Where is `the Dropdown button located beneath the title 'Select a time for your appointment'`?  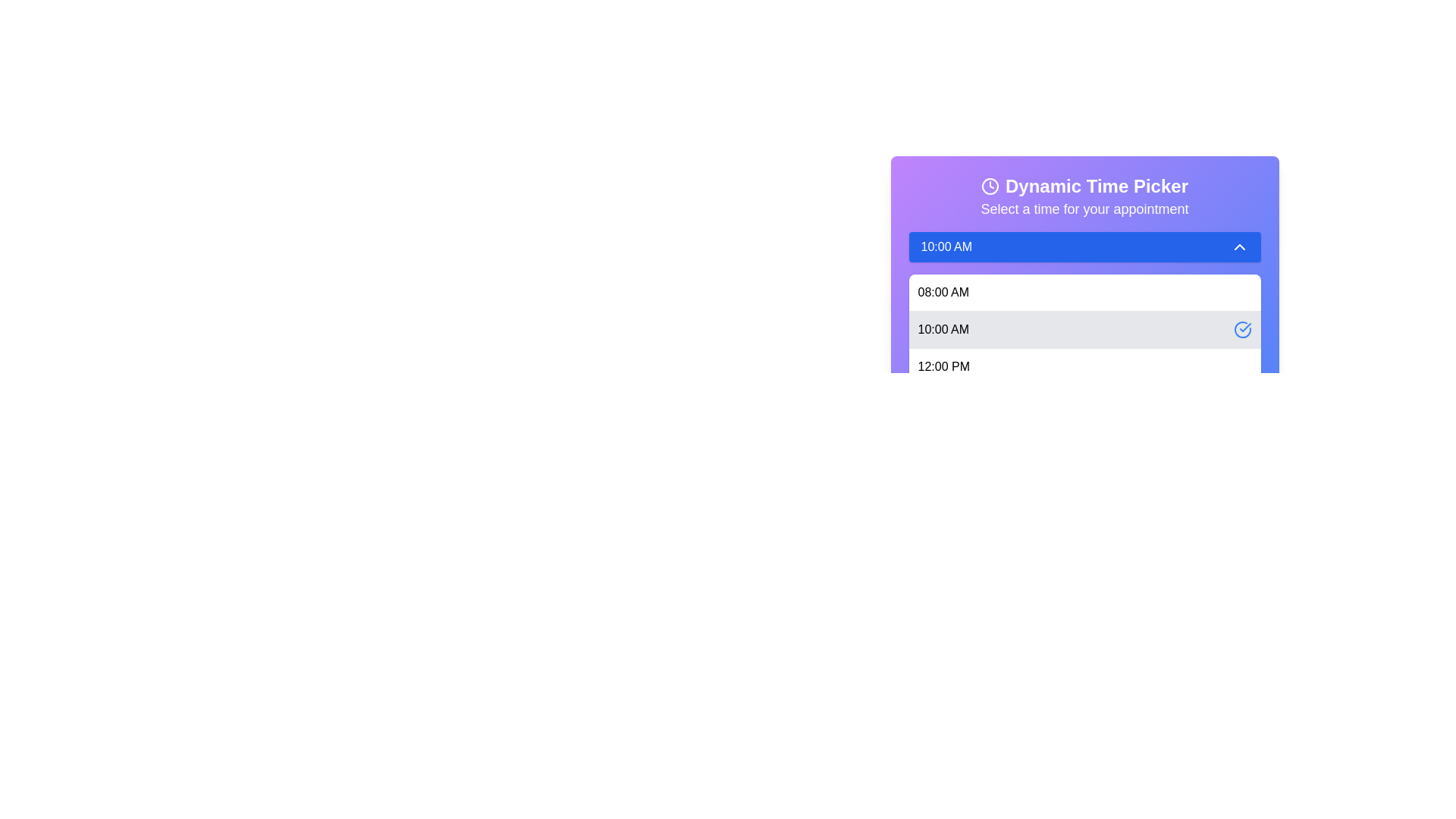
the Dropdown button located beneath the title 'Select a time for your appointment' is located at coordinates (1084, 246).